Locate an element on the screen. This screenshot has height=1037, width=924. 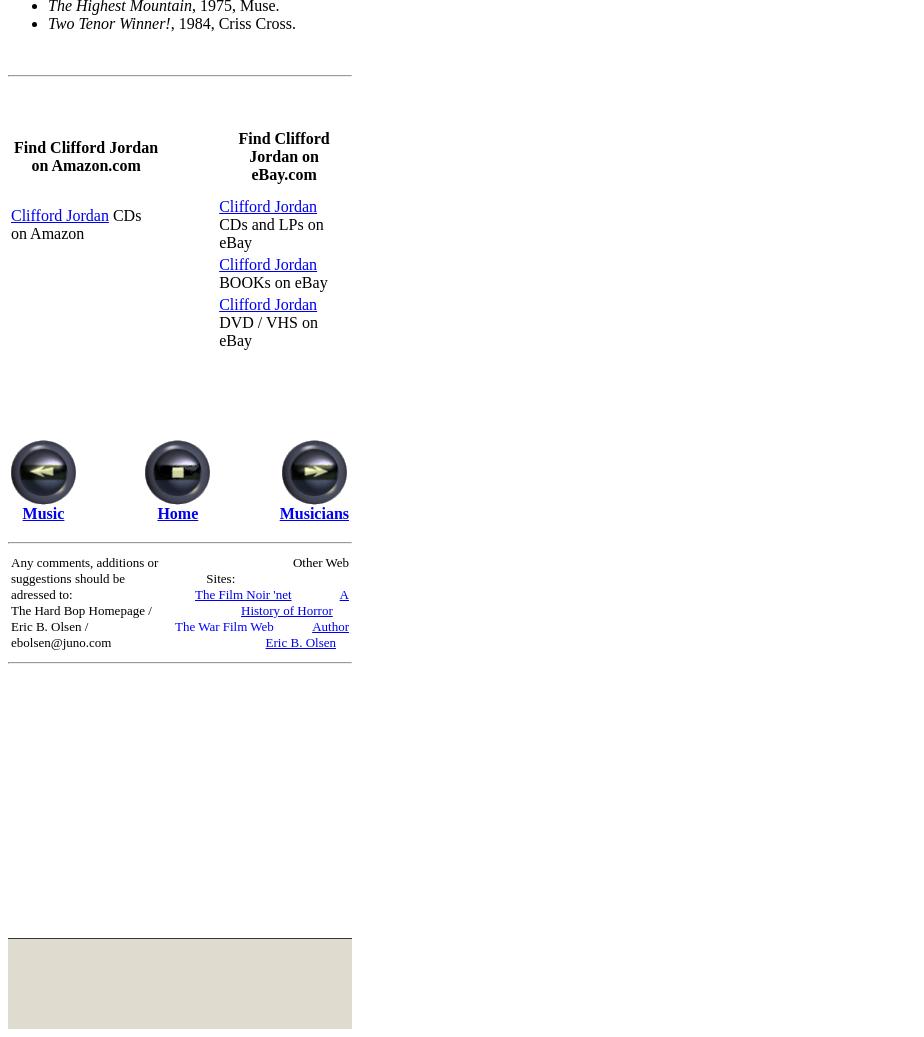
'A History of Horror' is located at coordinates (295, 601).